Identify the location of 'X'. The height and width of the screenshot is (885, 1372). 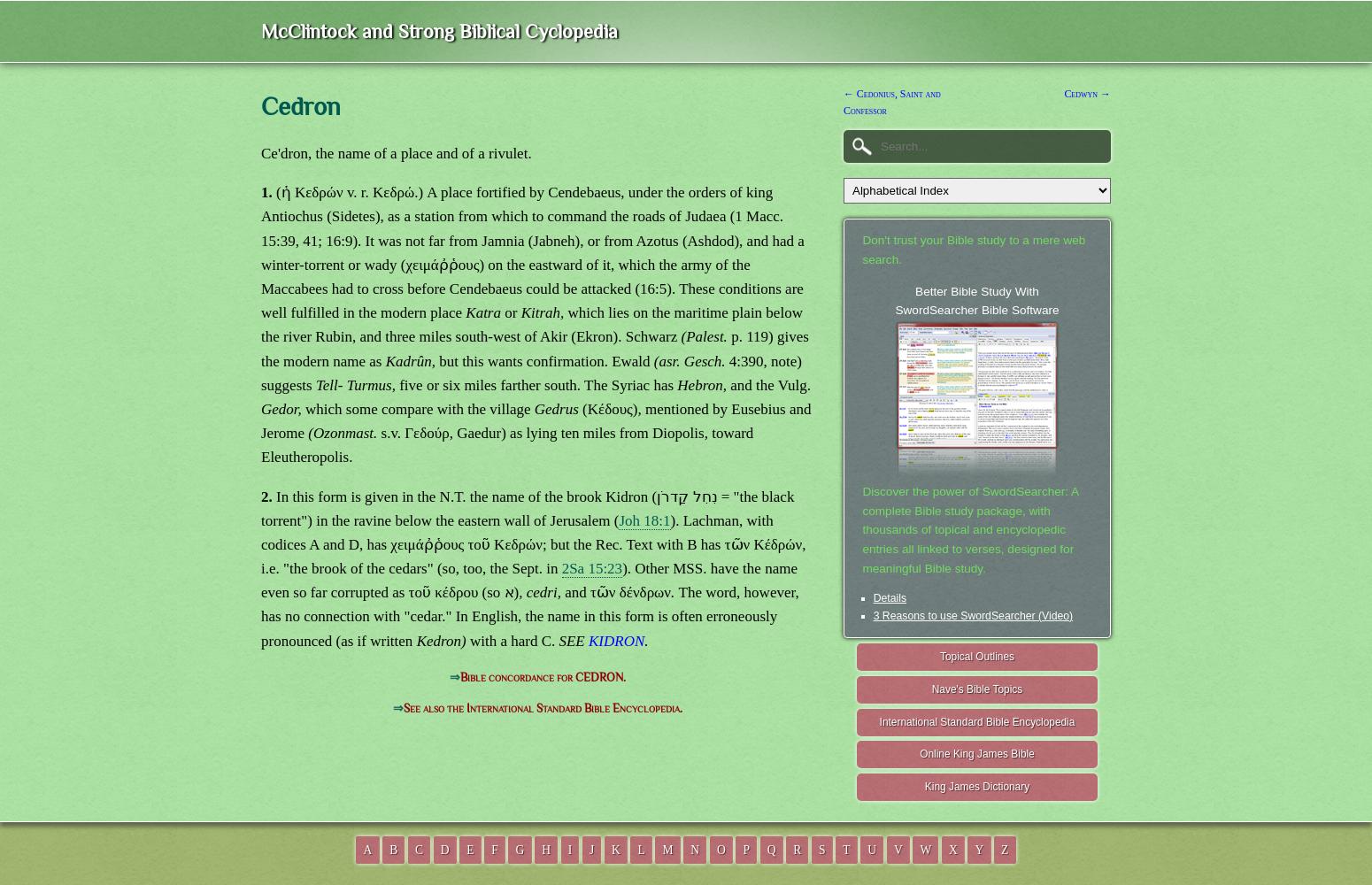
(952, 848).